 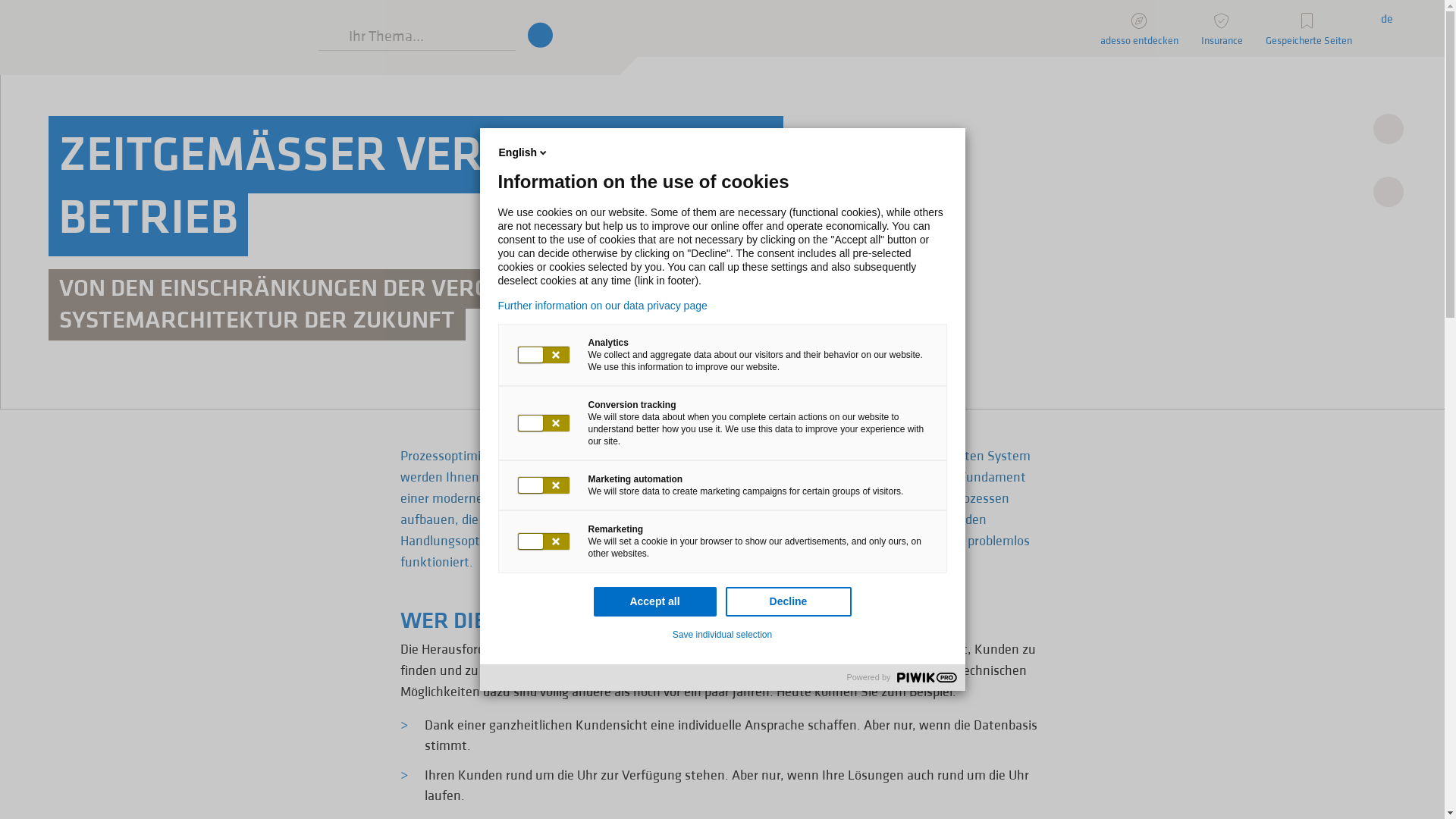 What do you see at coordinates (1222, 28) in the screenshot?
I see `'Insurance'` at bounding box center [1222, 28].